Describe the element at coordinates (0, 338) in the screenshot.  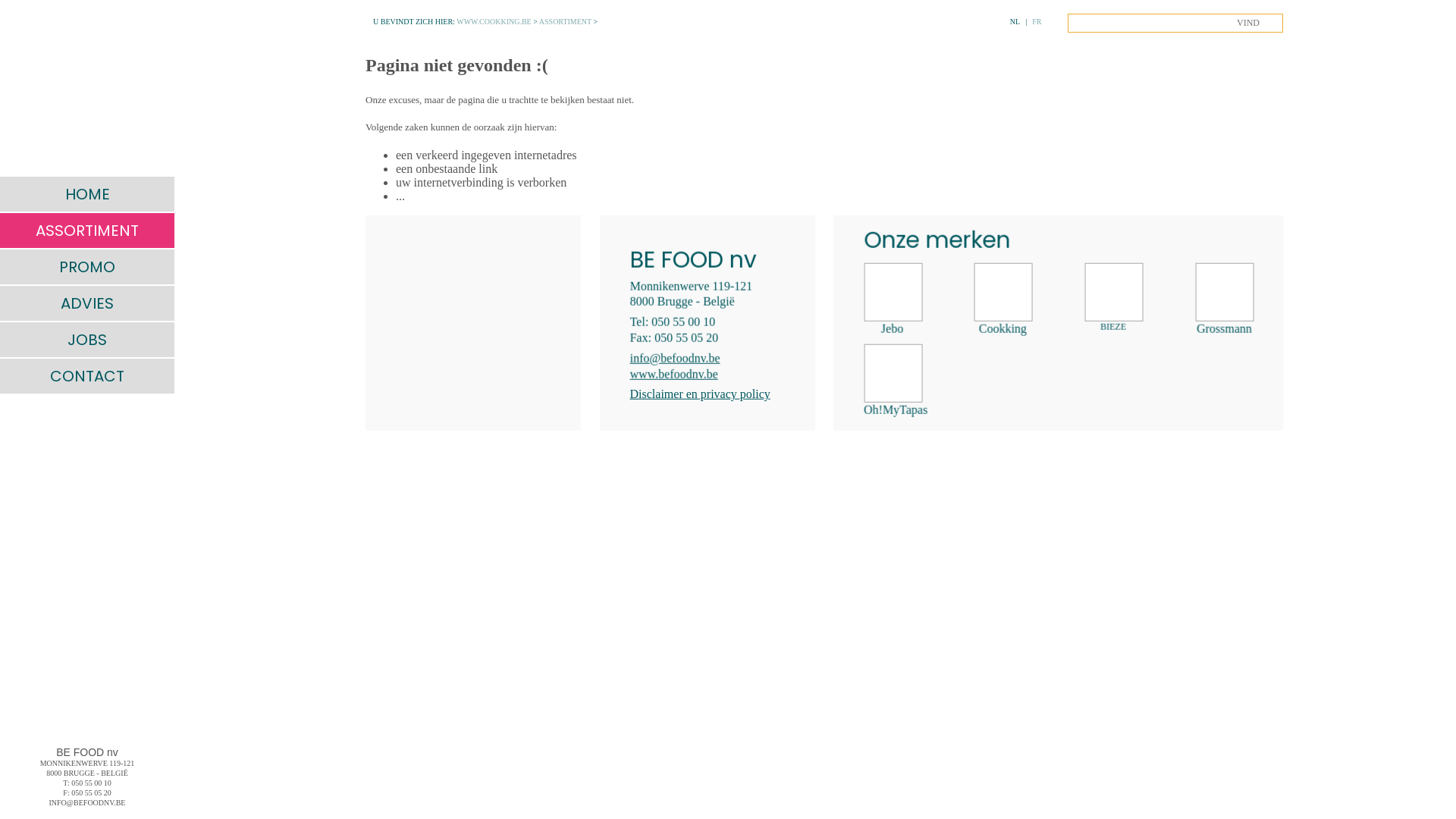
I see `'JOBS'` at that location.